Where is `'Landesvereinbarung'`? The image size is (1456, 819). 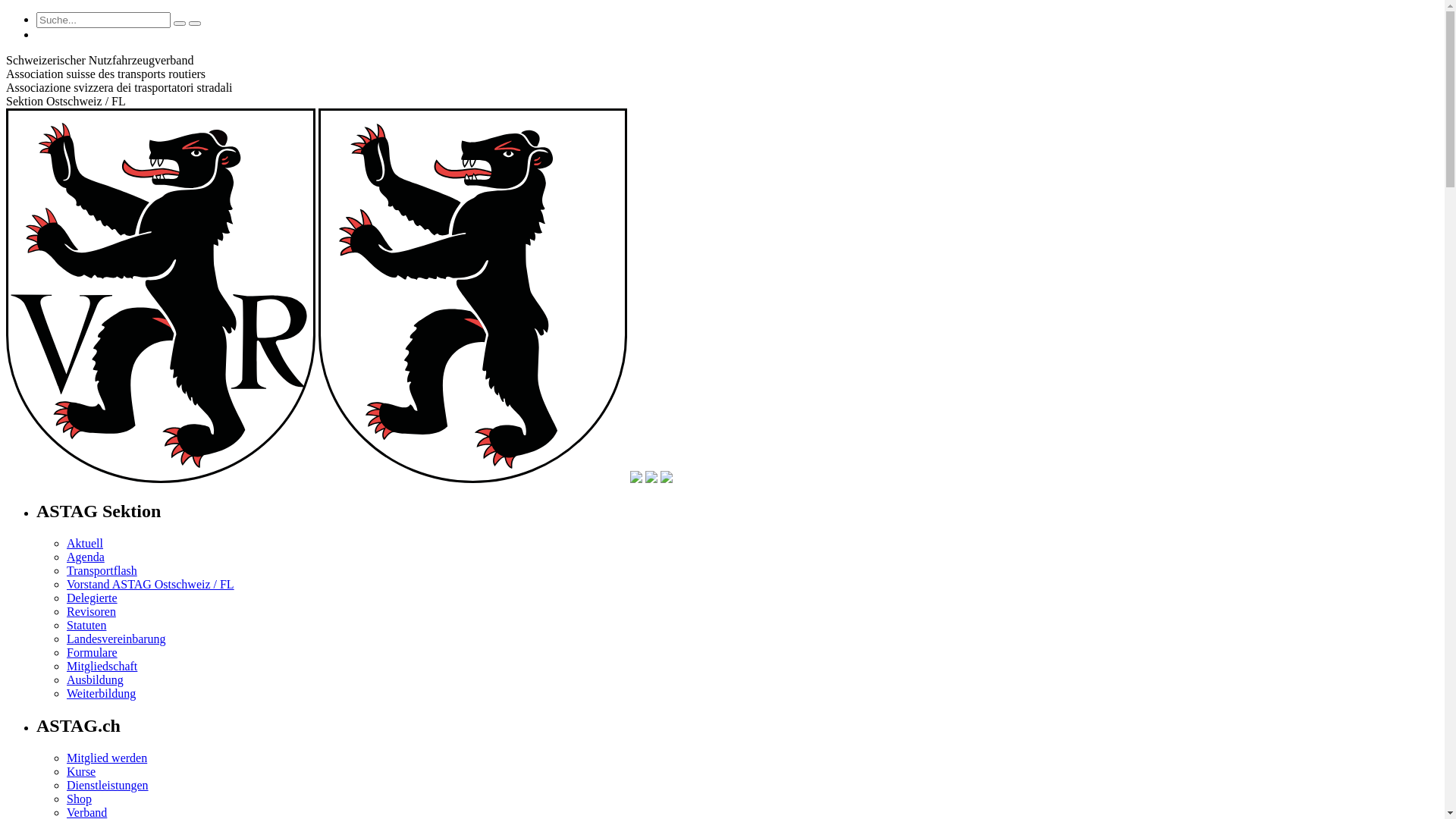 'Landesvereinbarung' is located at coordinates (115, 639).